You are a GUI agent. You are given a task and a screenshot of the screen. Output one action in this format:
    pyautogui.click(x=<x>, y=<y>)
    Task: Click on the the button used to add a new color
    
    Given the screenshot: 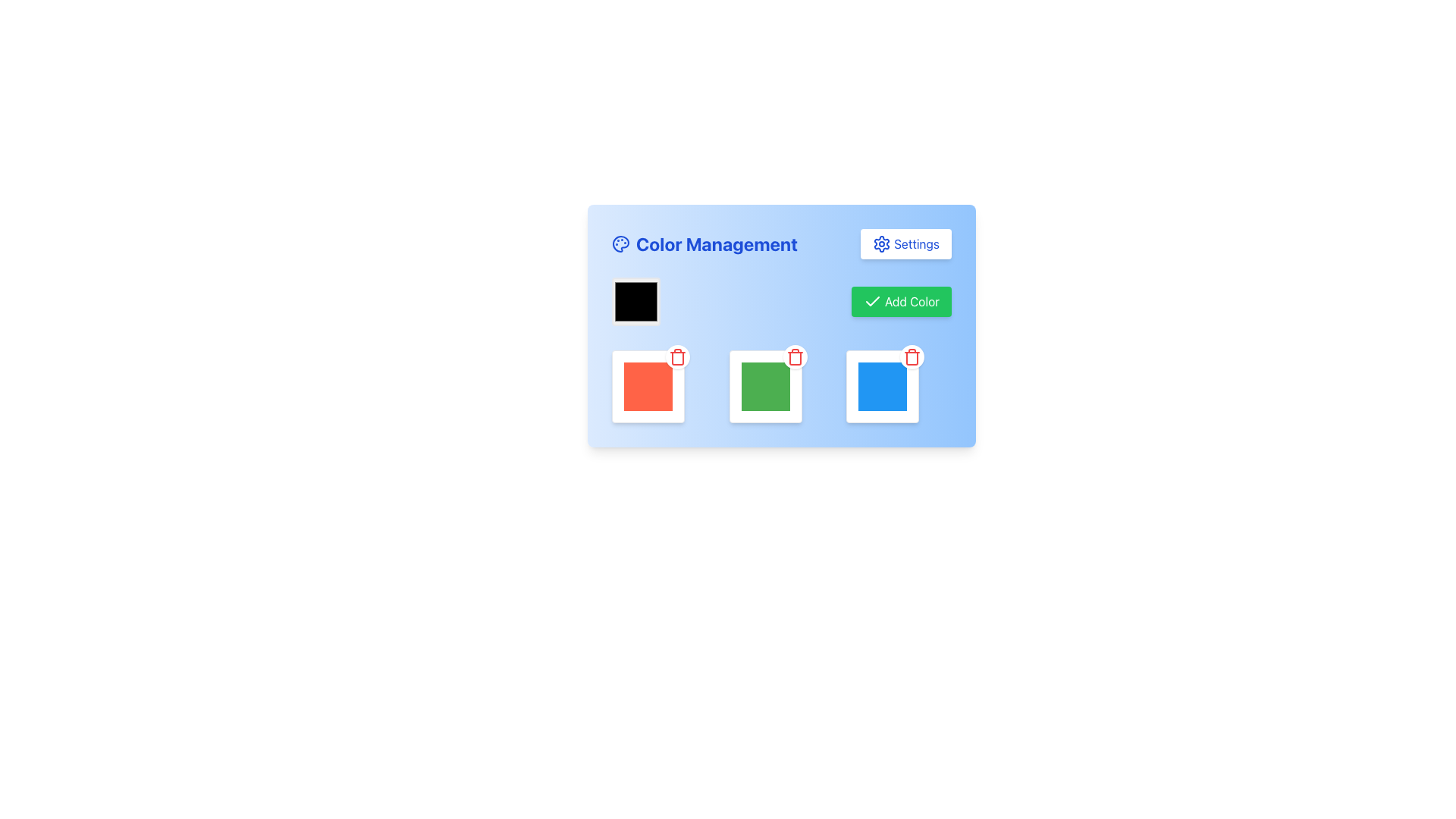 What is the action you would take?
    pyautogui.click(x=901, y=301)
    